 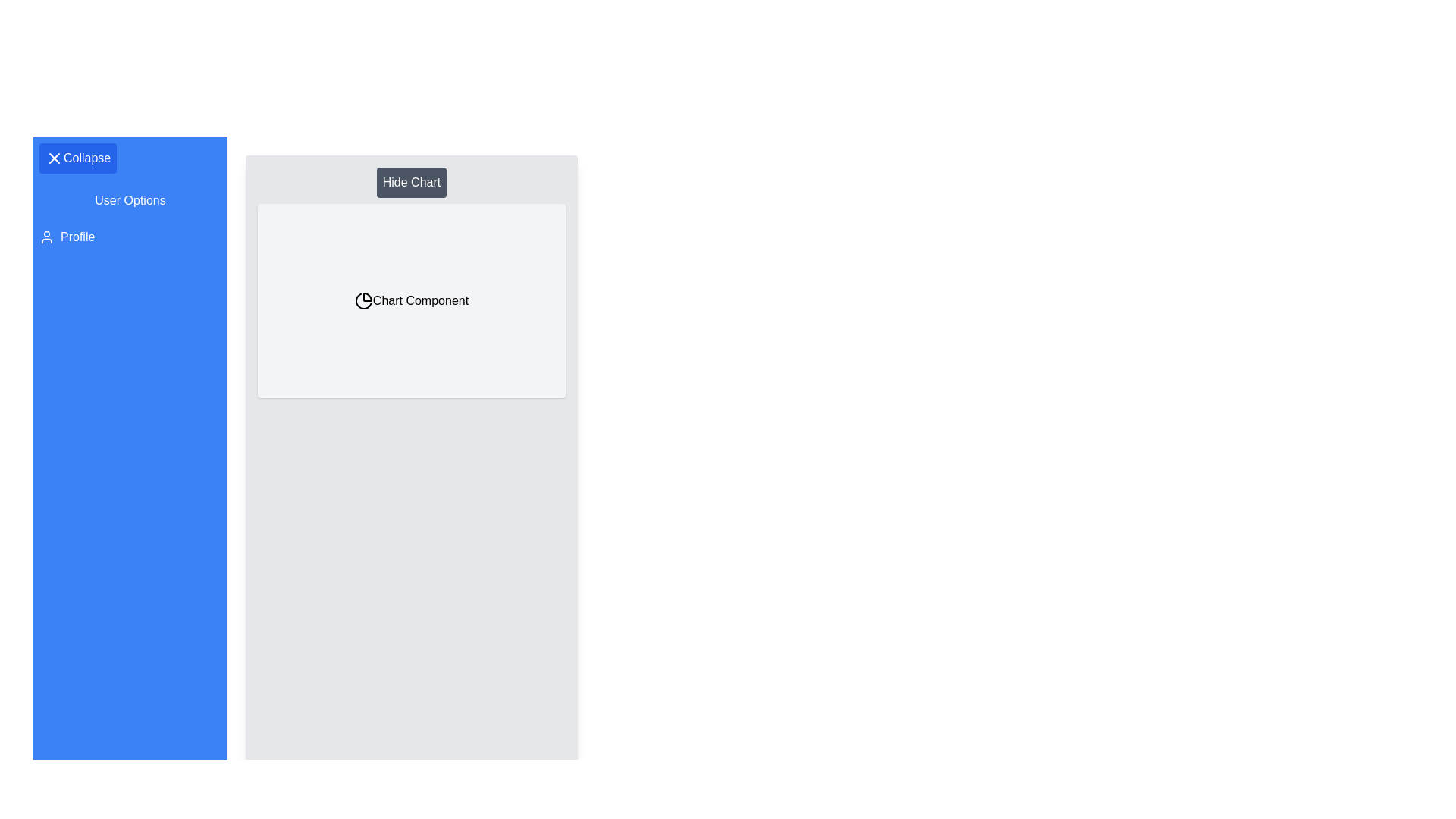 I want to click on the 'X' icon within the 'Collapse' button, so click(x=55, y=158).